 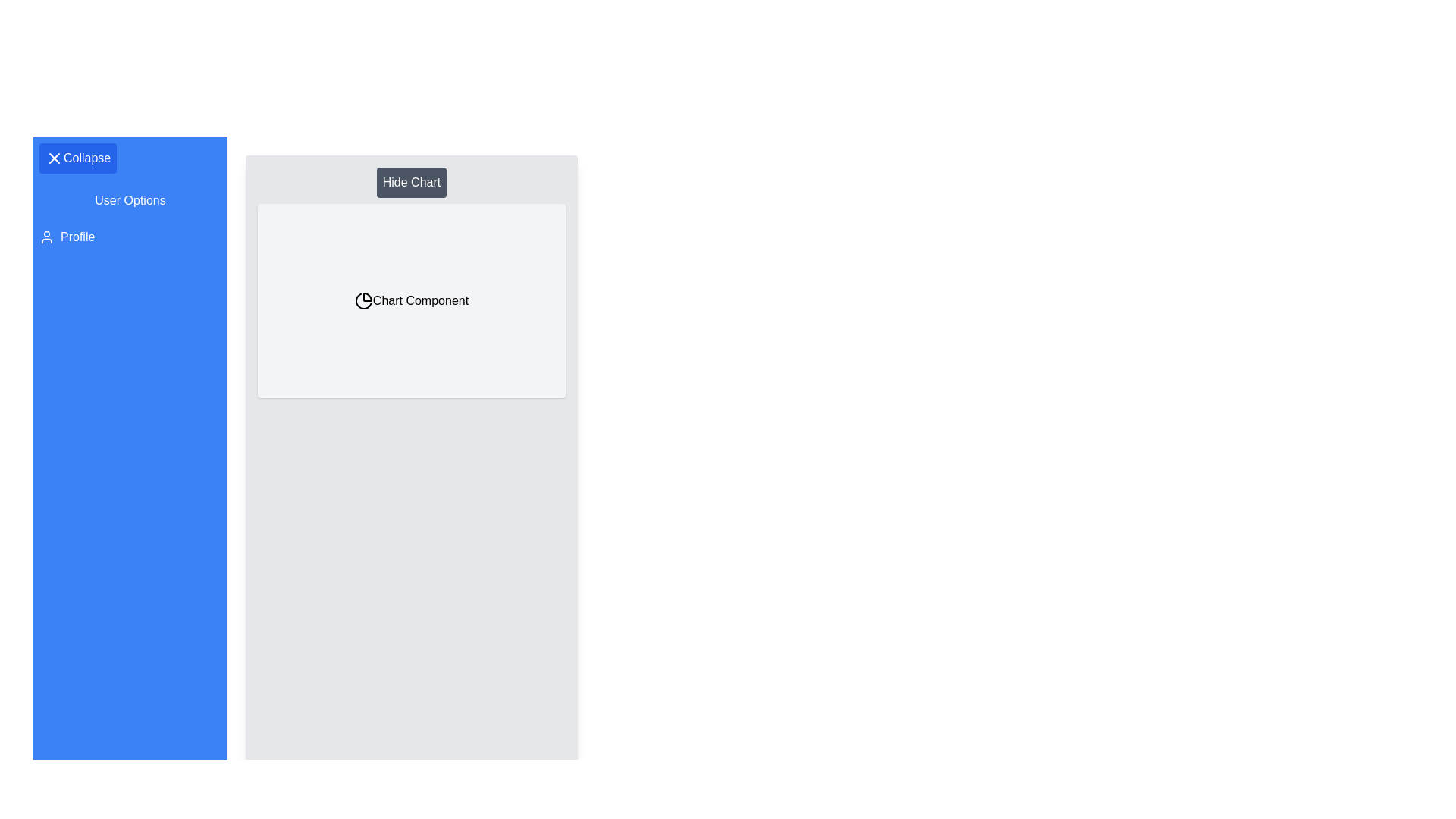 I want to click on the 'X' icon within the 'Collapse' button, so click(x=55, y=158).